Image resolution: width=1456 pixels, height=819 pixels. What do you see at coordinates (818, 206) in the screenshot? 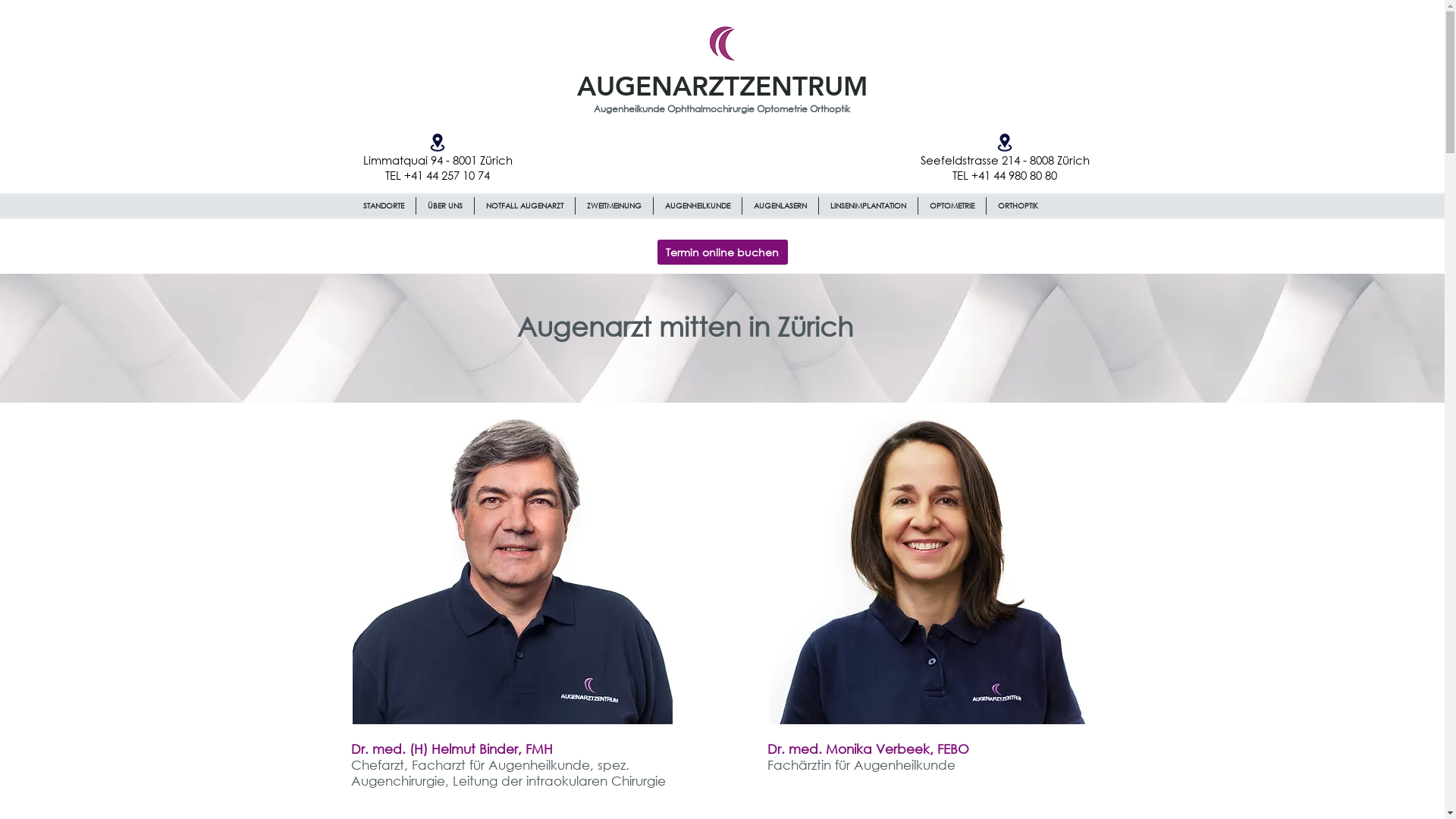
I see `'LINSENIMPLANTATION'` at bounding box center [818, 206].